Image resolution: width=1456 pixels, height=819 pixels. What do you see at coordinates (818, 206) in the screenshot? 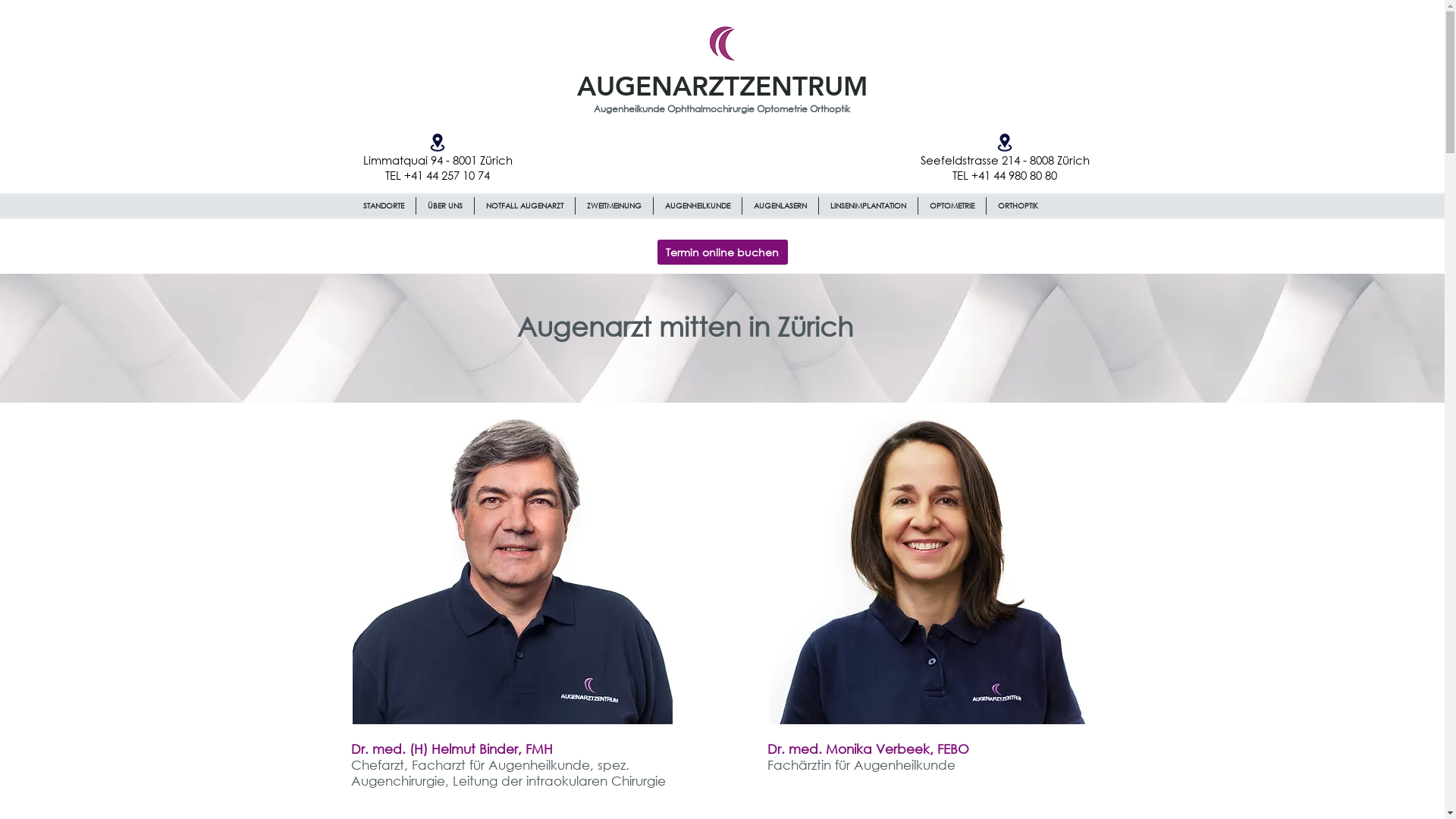
I see `'LINSENIMPLANTATION'` at bounding box center [818, 206].